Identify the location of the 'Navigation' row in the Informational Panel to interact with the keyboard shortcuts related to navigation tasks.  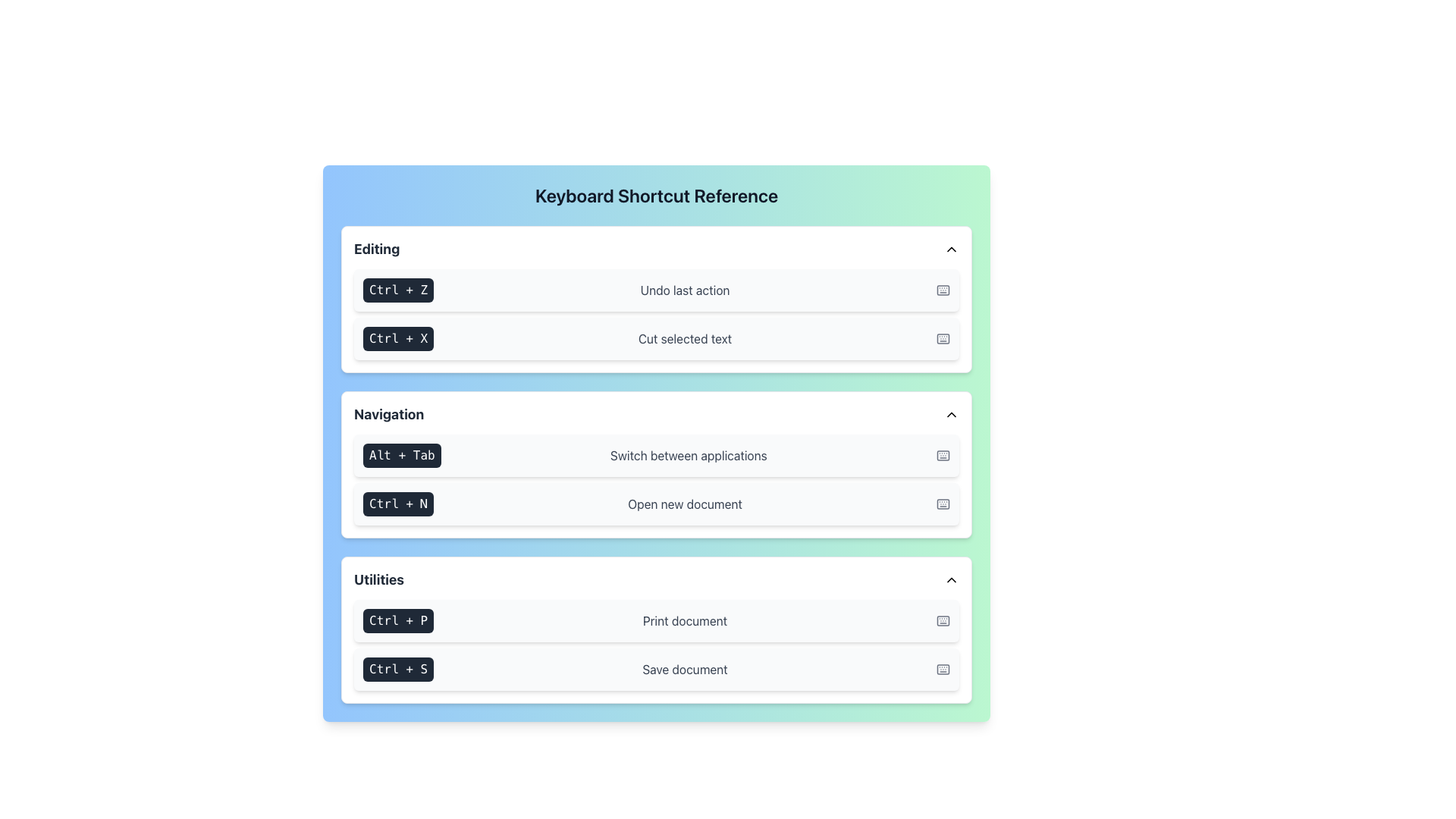
(656, 464).